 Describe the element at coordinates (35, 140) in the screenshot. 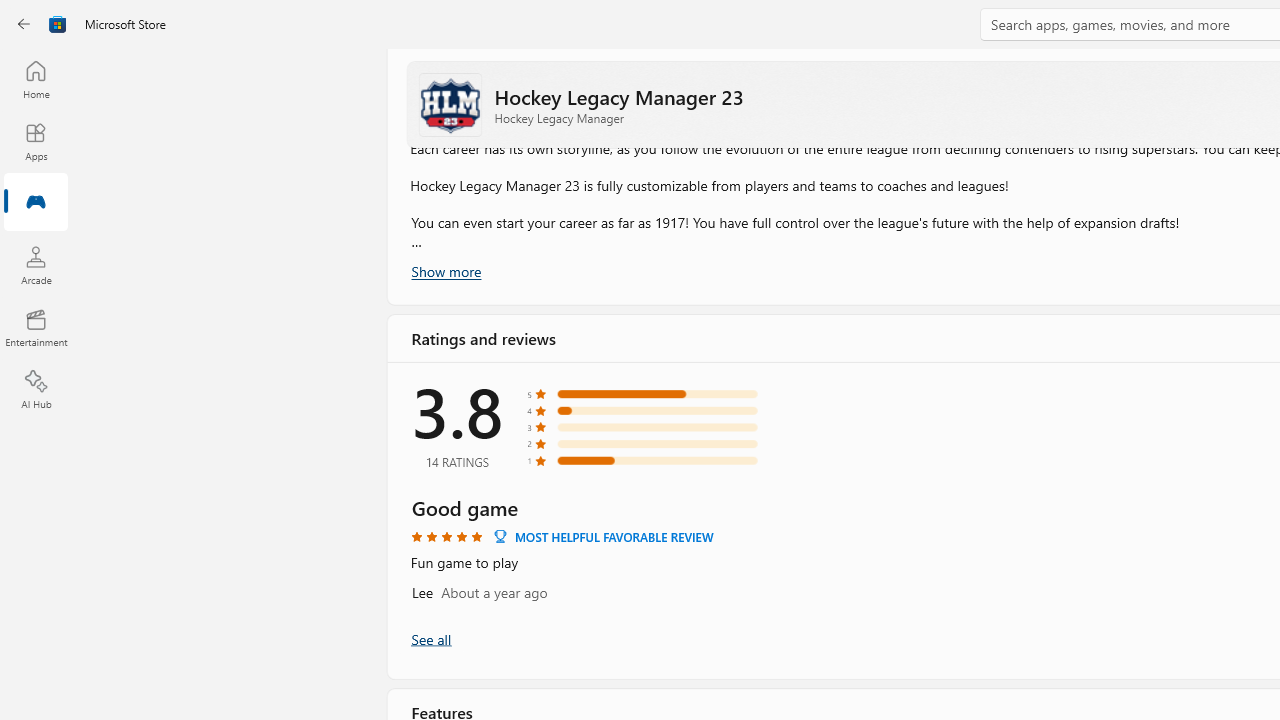

I see `'Apps'` at that location.